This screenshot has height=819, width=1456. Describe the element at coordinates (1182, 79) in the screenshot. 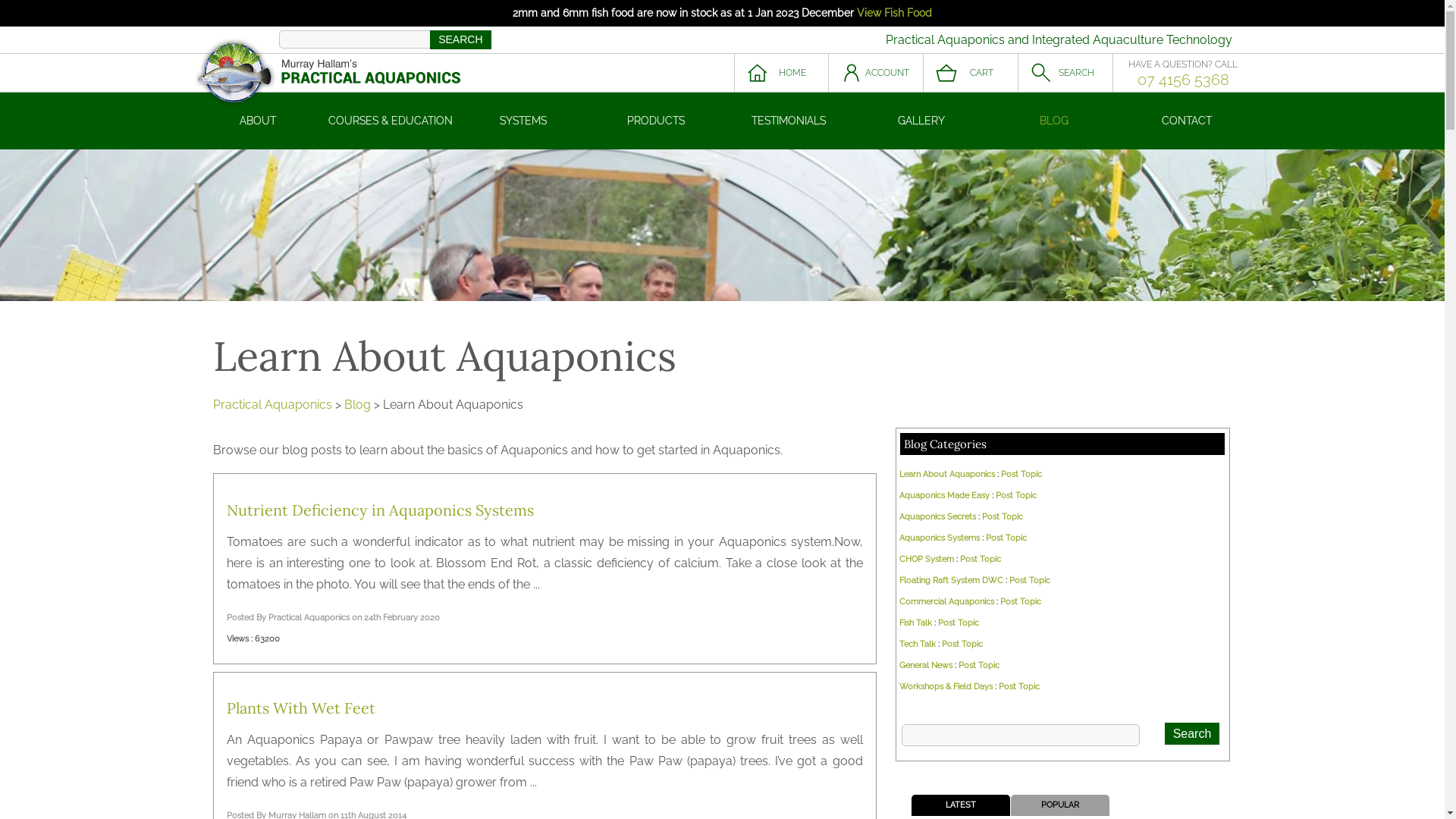

I see `'07 4156 5368'` at that location.